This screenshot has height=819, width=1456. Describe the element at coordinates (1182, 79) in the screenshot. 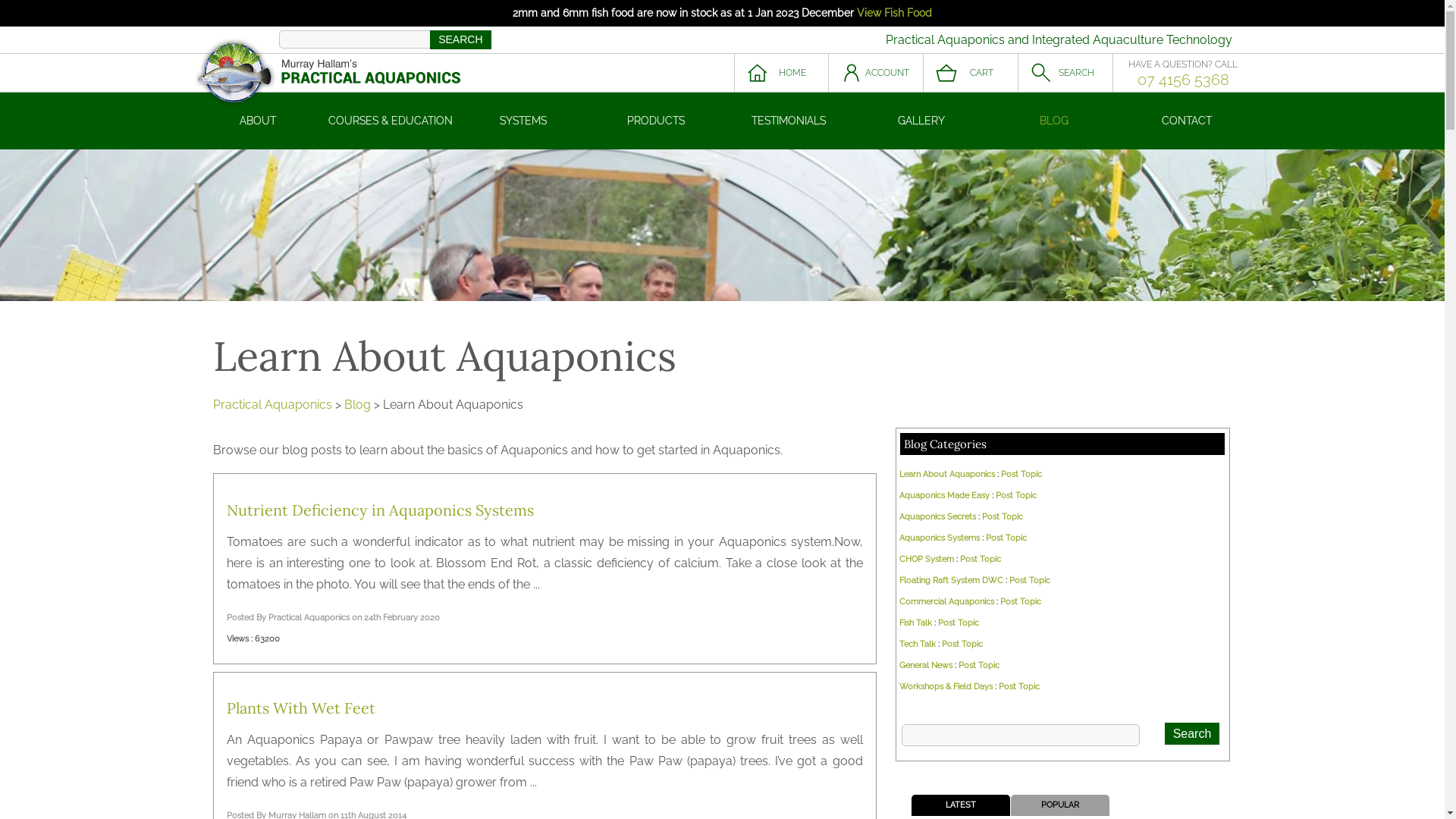

I see `'07 4156 5368'` at that location.